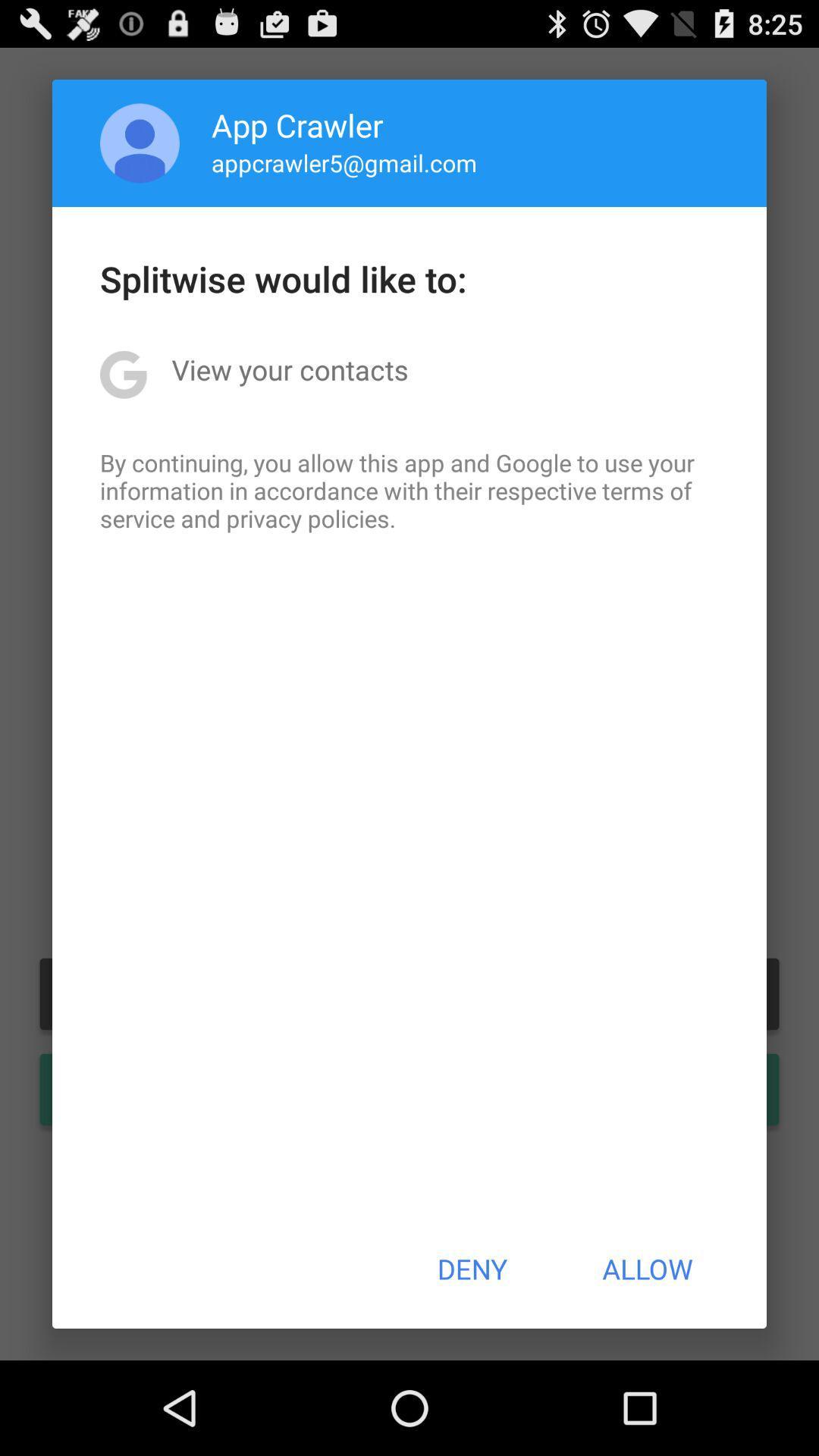 This screenshot has height=1456, width=819. What do you see at coordinates (140, 143) in the screenshot?
I see `the app to the left of the app crawler app` at bounding box center [140, 143].